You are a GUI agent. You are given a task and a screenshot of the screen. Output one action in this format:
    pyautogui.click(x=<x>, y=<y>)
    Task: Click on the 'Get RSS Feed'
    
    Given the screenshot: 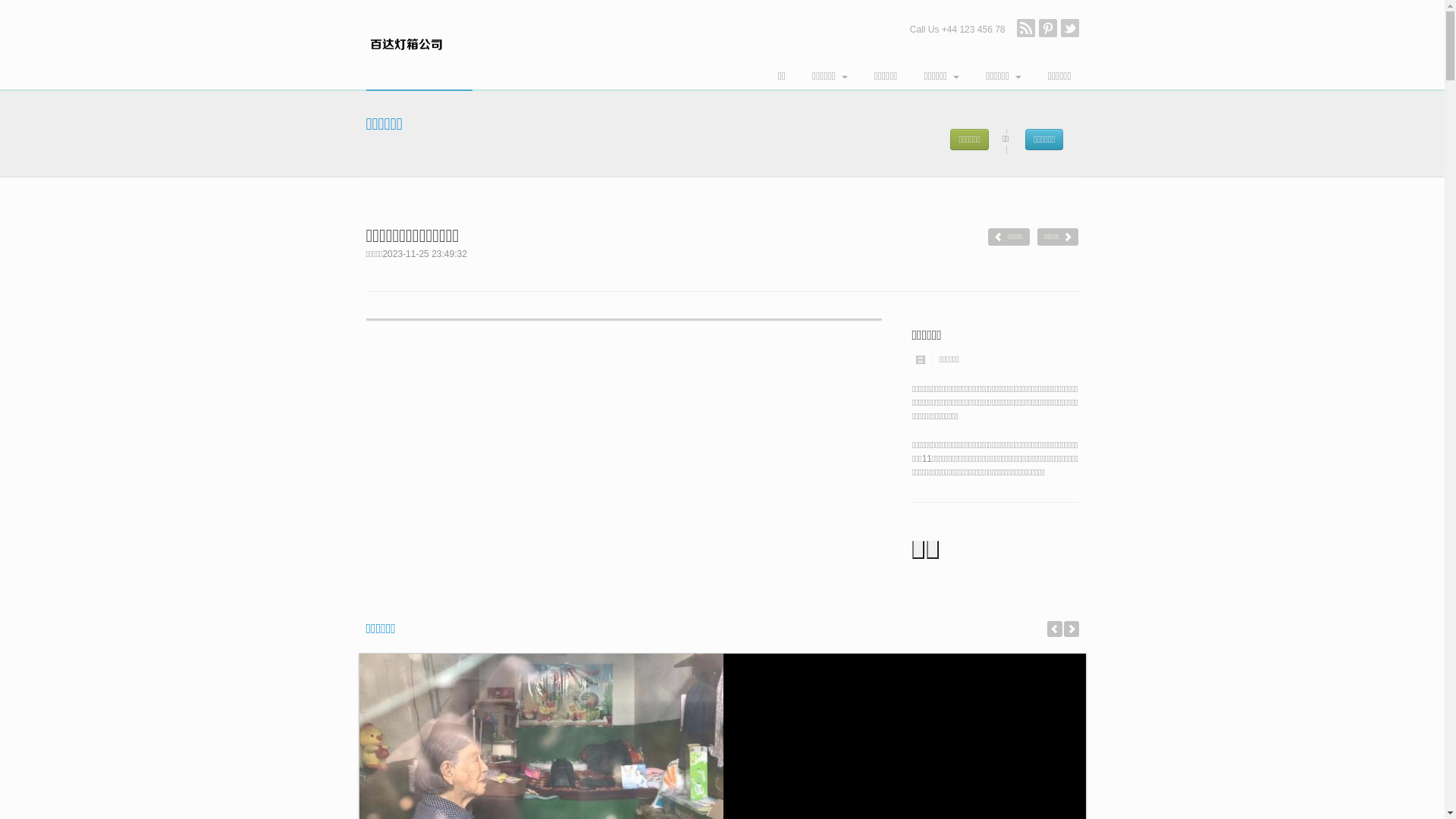 What is the action you would take?
    pyautogui.click(x=1025, y=28)
    